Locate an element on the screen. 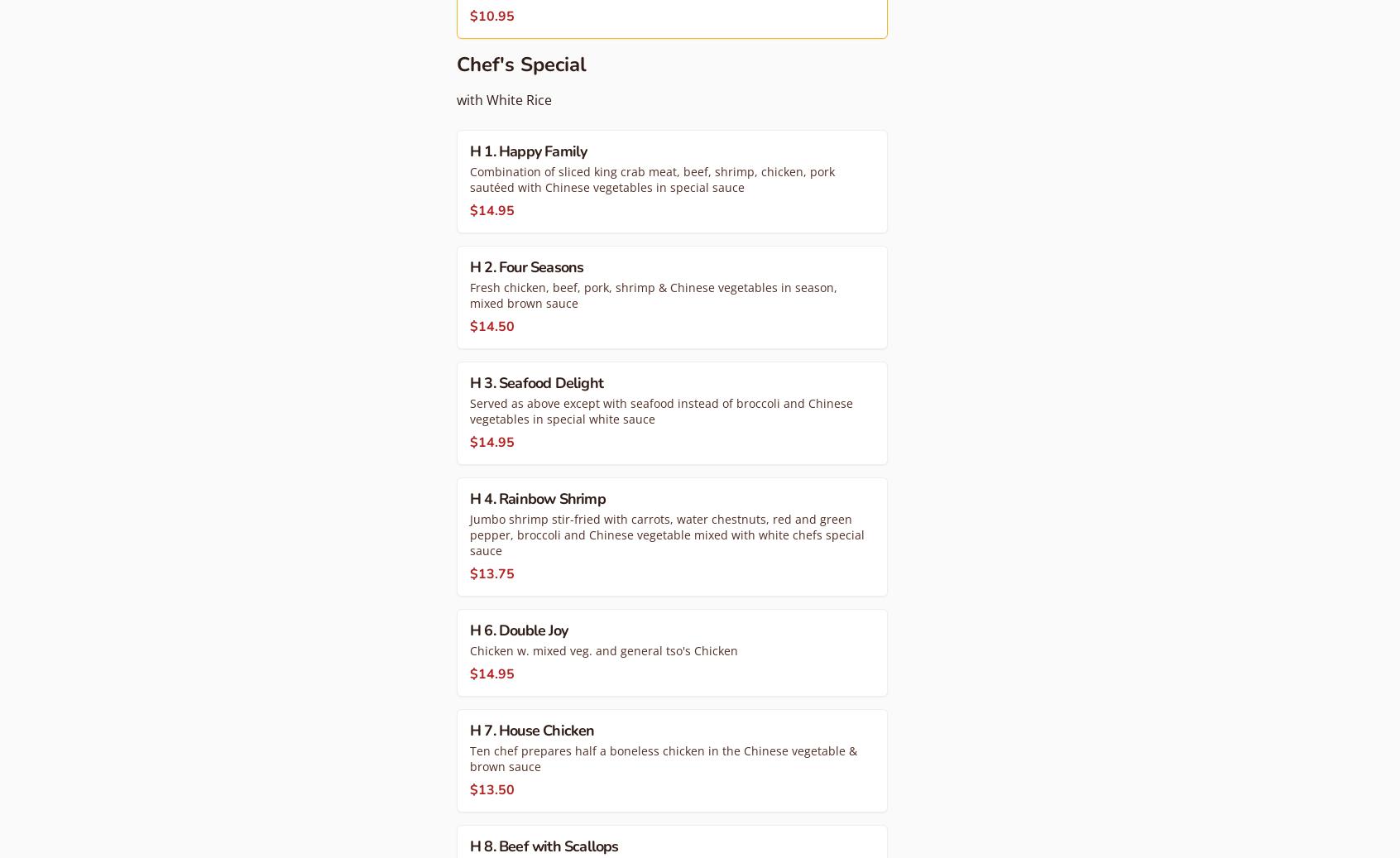 This screenshot has height=858, width=1400. '$13.50' is located at coordinates (491, 789).